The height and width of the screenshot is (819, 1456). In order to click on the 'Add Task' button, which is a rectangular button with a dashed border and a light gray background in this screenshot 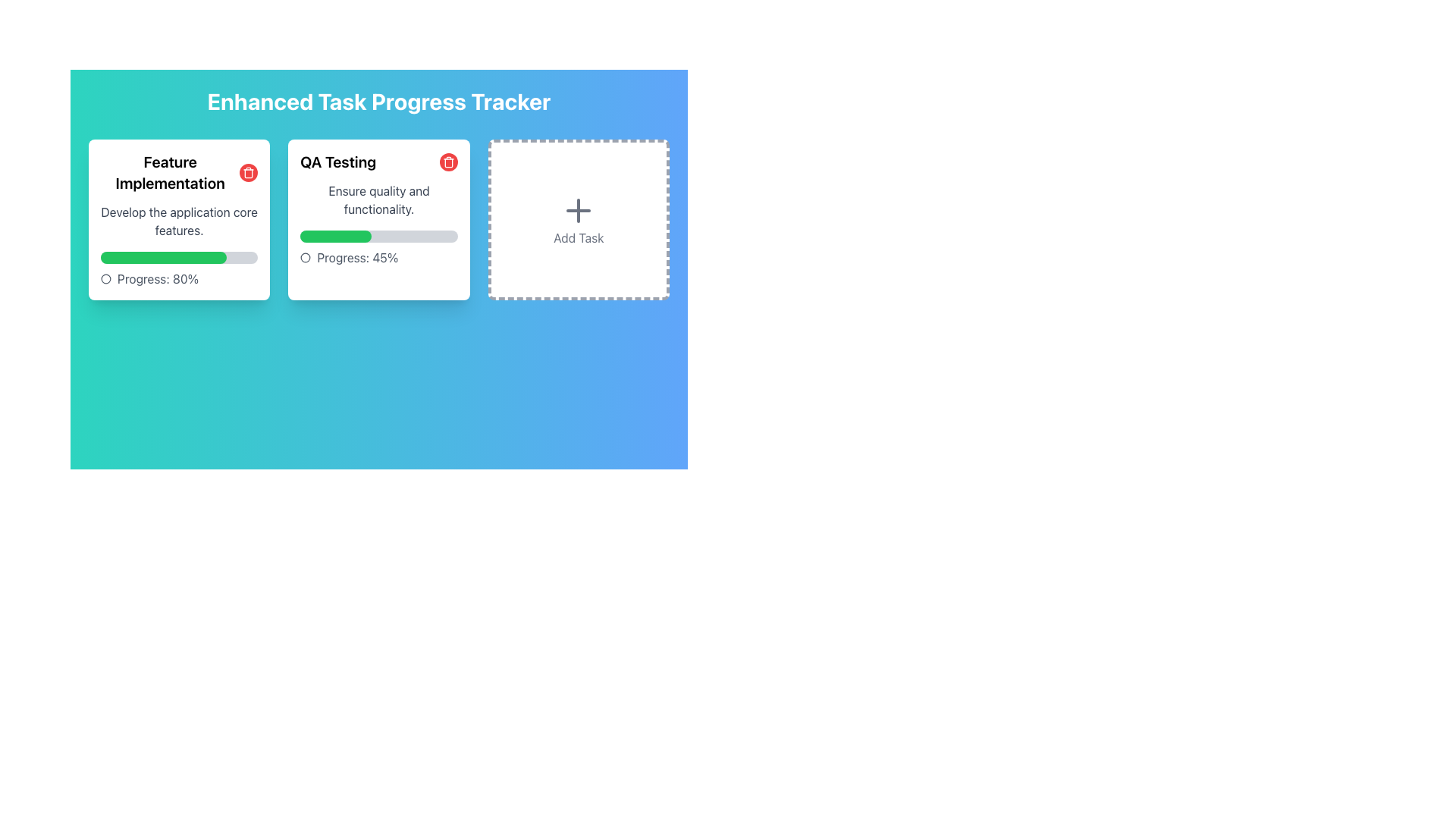, I will do `click(578, 219)`.